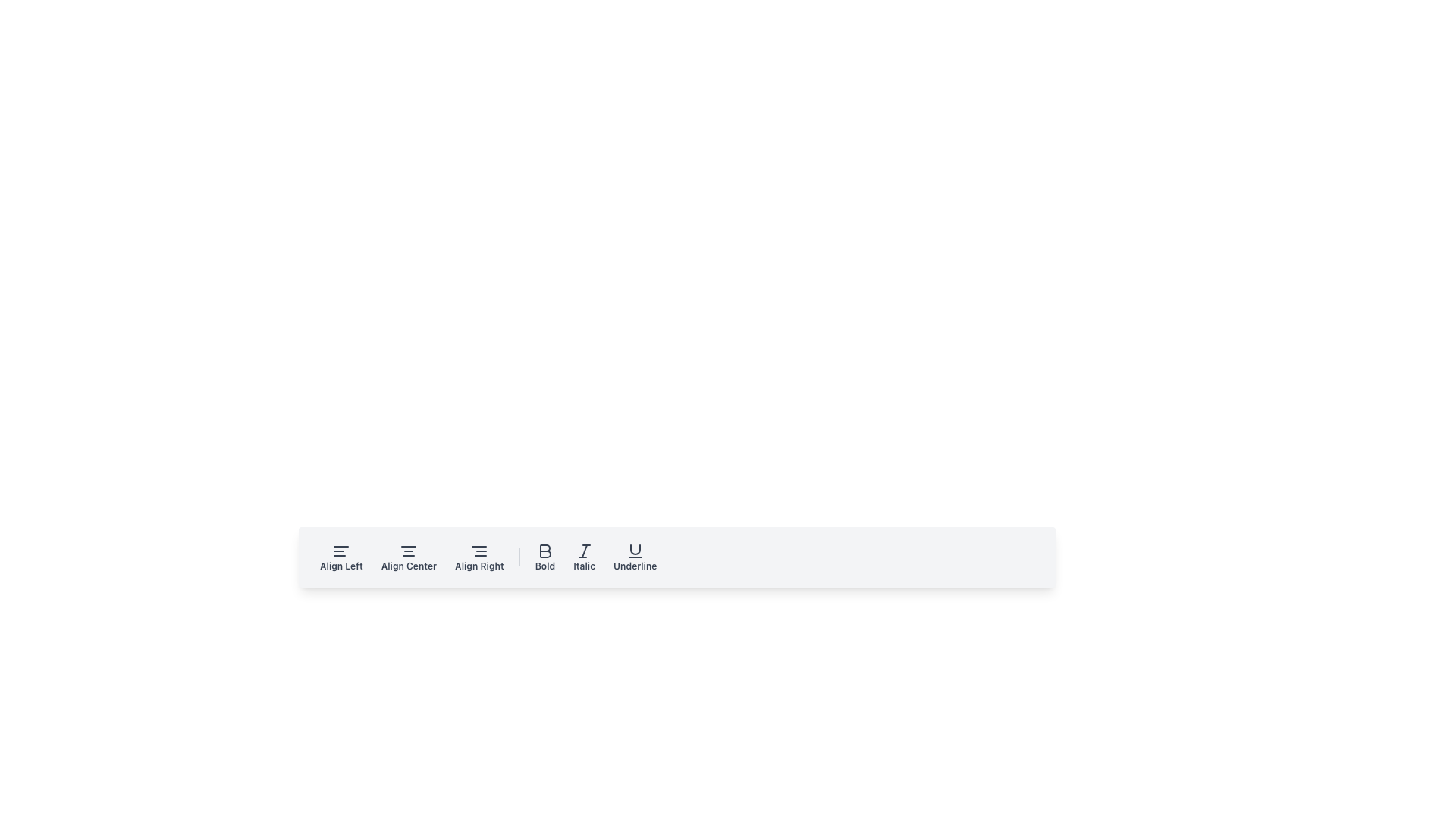 This screenshot has width=1456, height=819. What do you see at coordinates (340, 557) in the screenshot?
I see `the text alignment button positioned as the first option in the formatting tools` at bounding box center [340, 557].